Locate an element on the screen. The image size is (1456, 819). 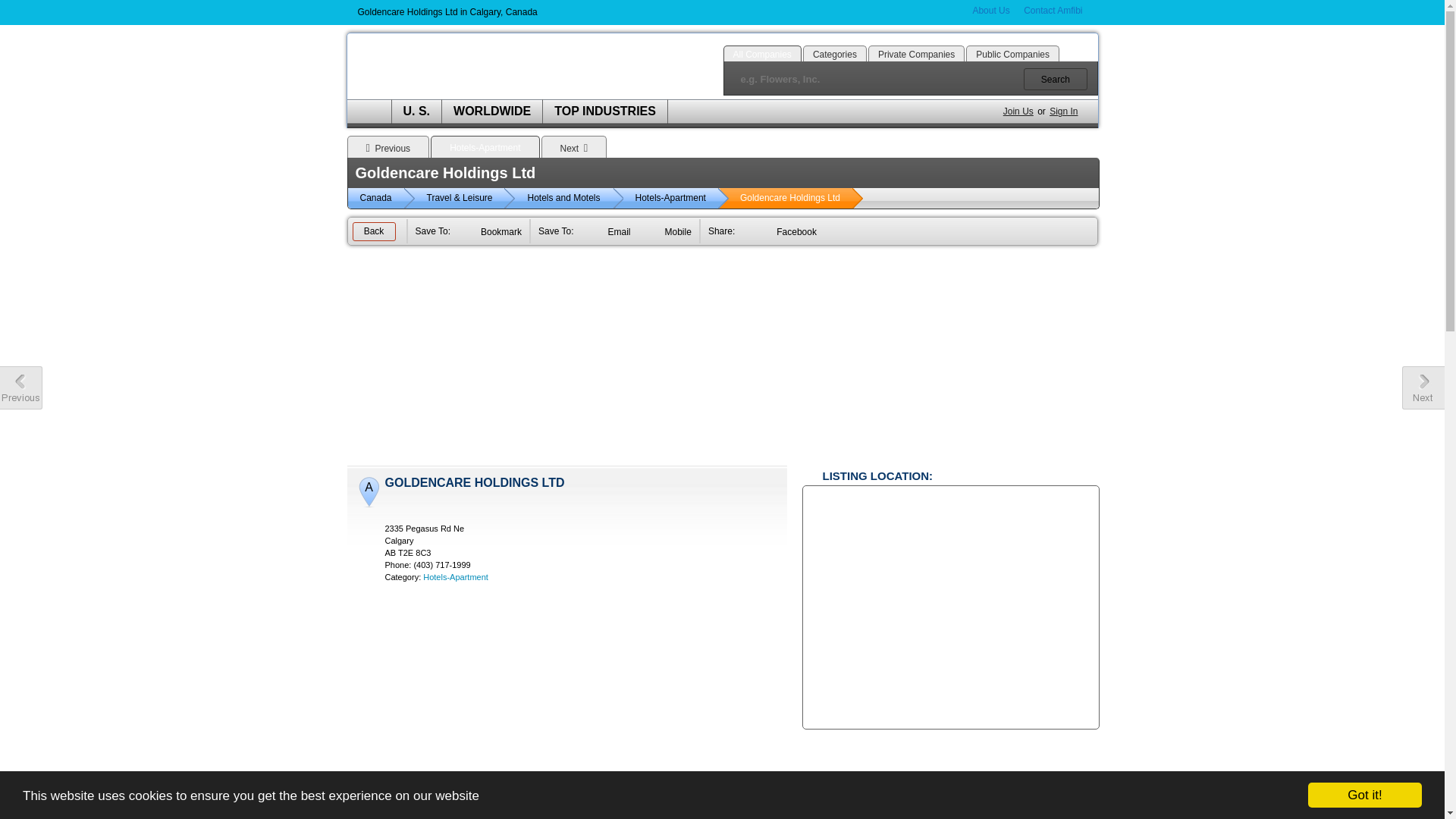
'Categories' is located at coordinates (833, 53).